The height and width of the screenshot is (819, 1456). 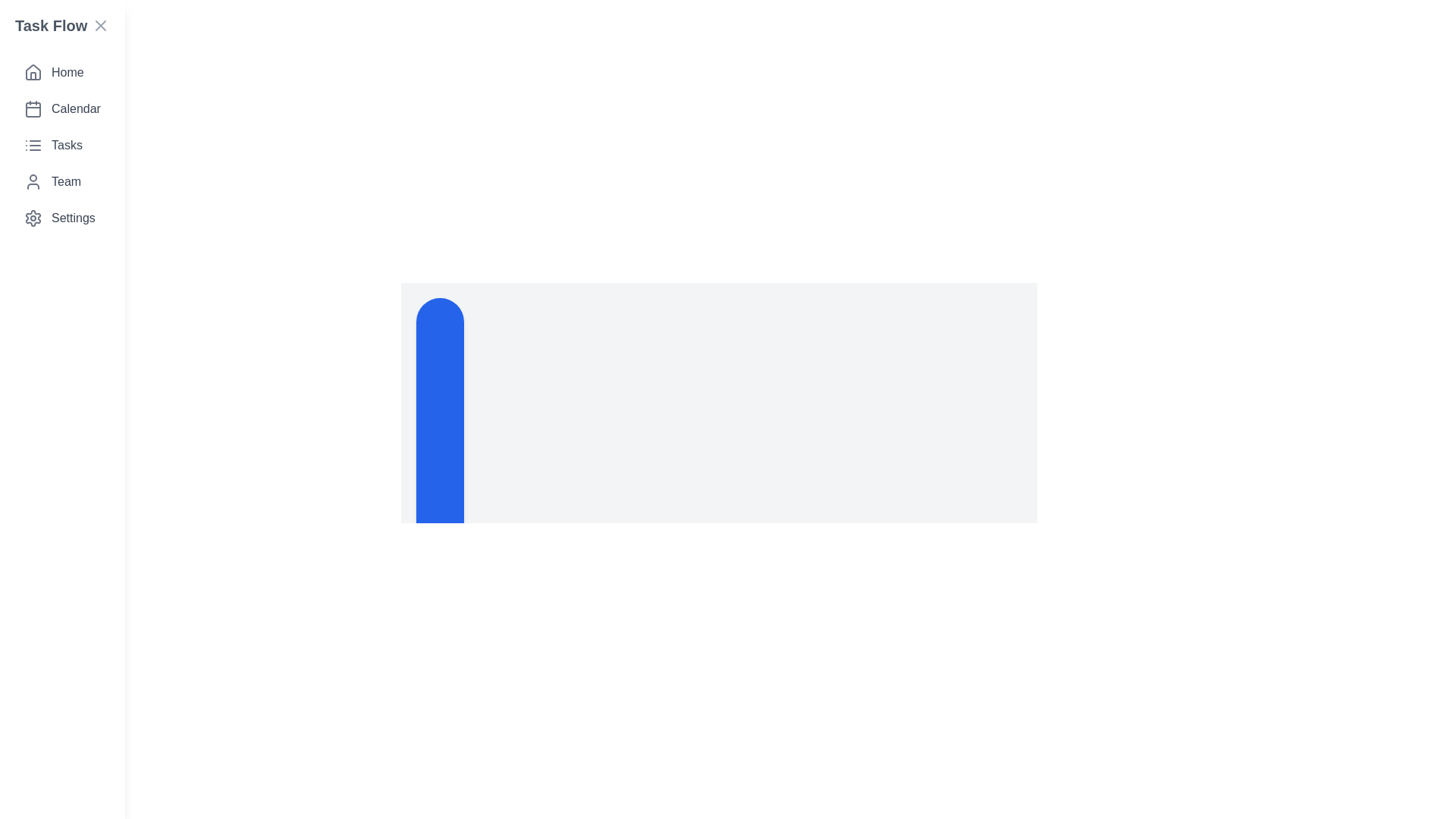 I want to click on the menu item corresponding to Calendar to navigate to that section, so click(x=61, y=108).